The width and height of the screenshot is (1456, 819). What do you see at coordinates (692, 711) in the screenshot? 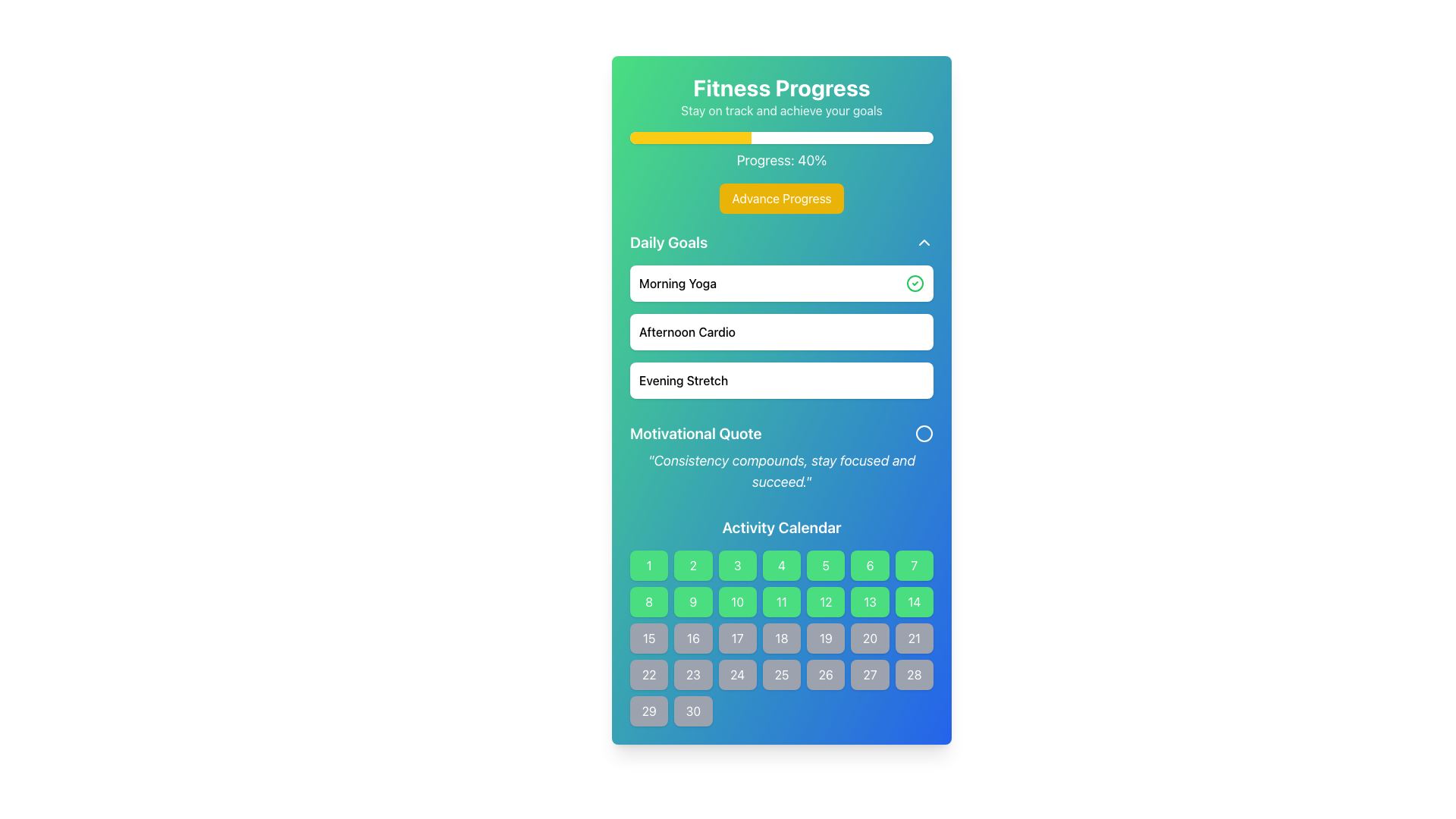
I see `the button displaying the number '30' in the 'Activity Calendar' section` at bounding box center [692, 711].